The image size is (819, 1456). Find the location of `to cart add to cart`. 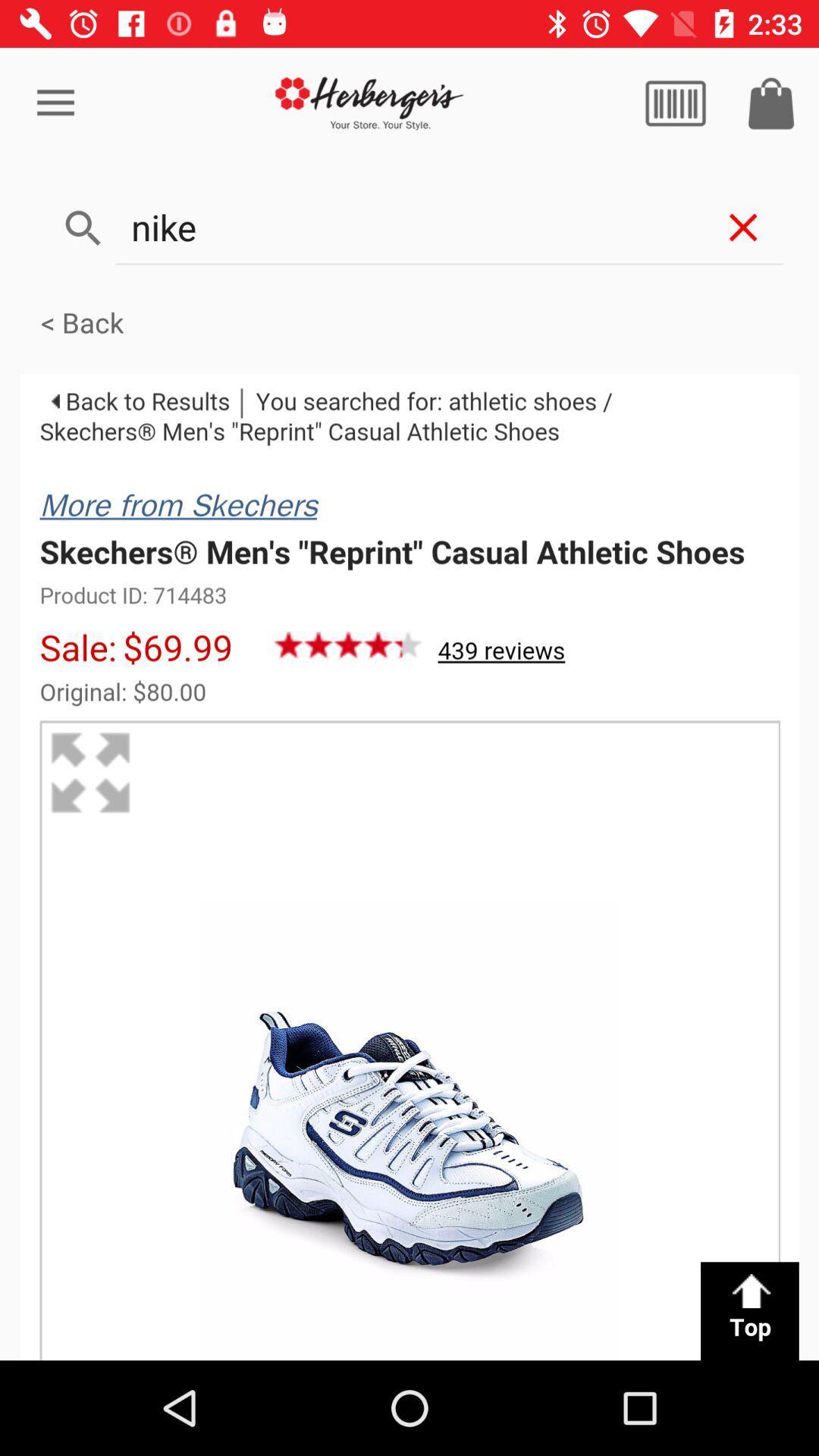

to cart add to cart is located at coordinates (771, 102).